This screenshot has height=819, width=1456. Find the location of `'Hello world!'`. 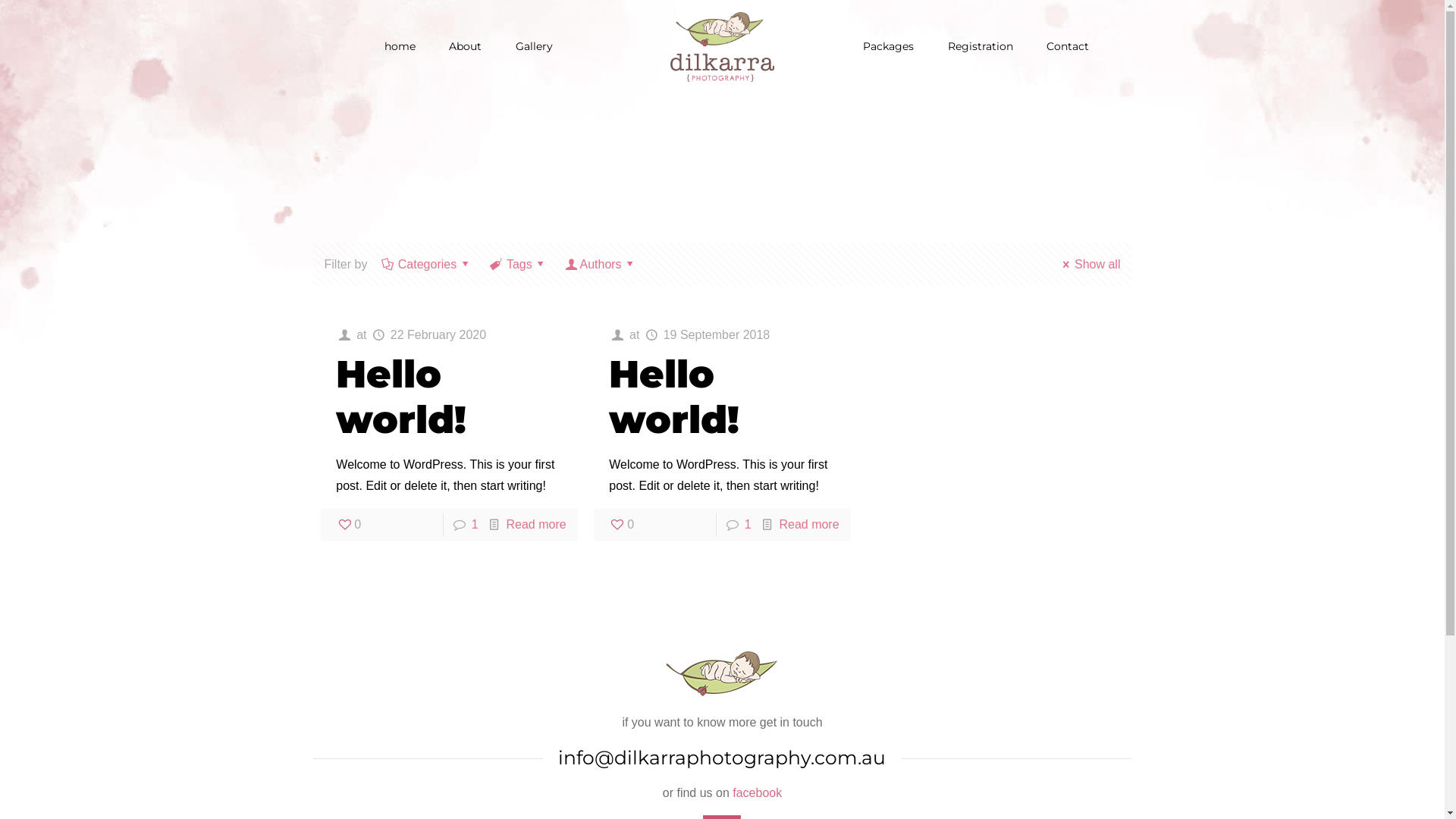

'Hello world!' is located at coordinates (400, 396).